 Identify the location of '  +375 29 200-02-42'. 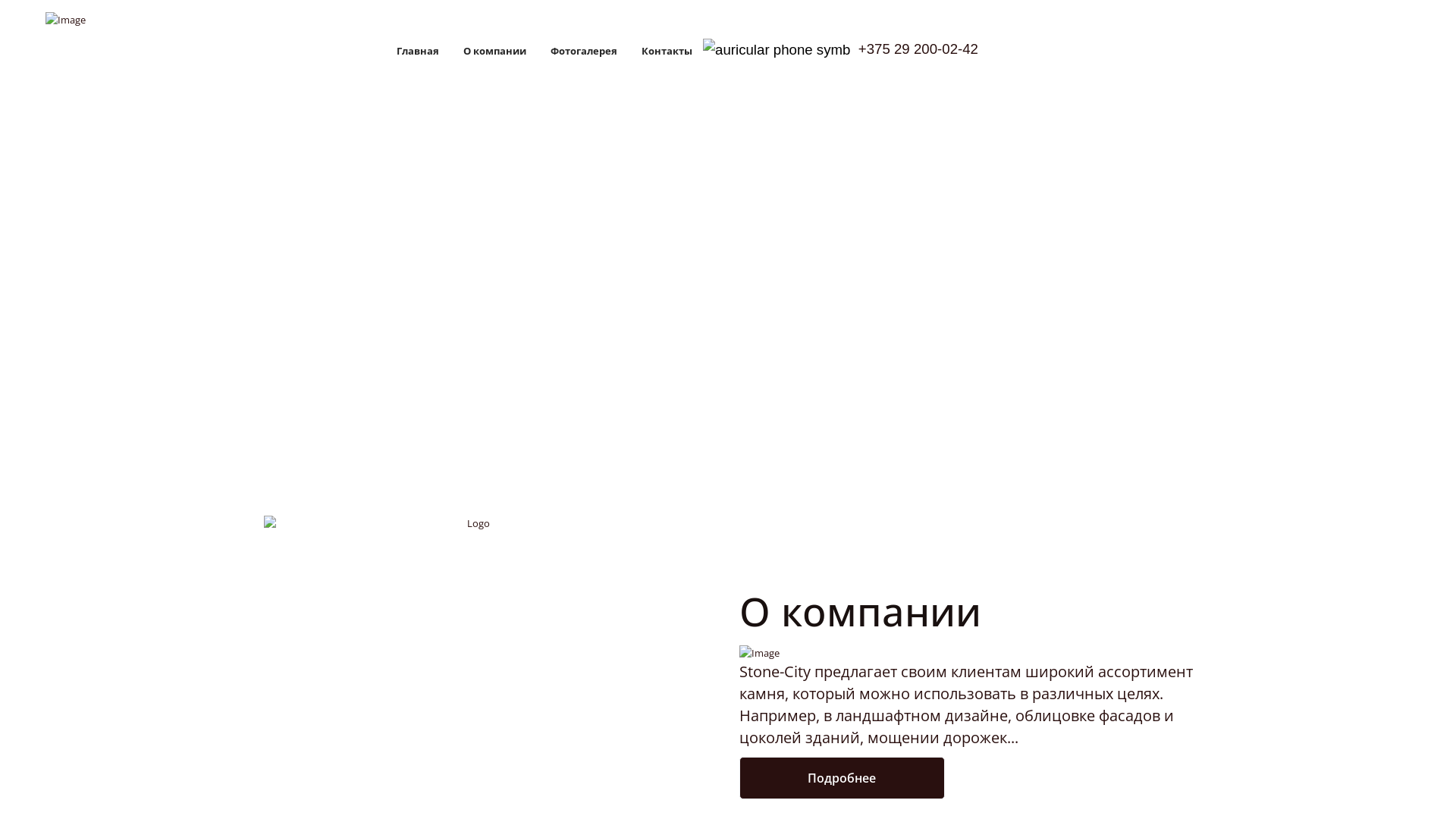
(839, 49).